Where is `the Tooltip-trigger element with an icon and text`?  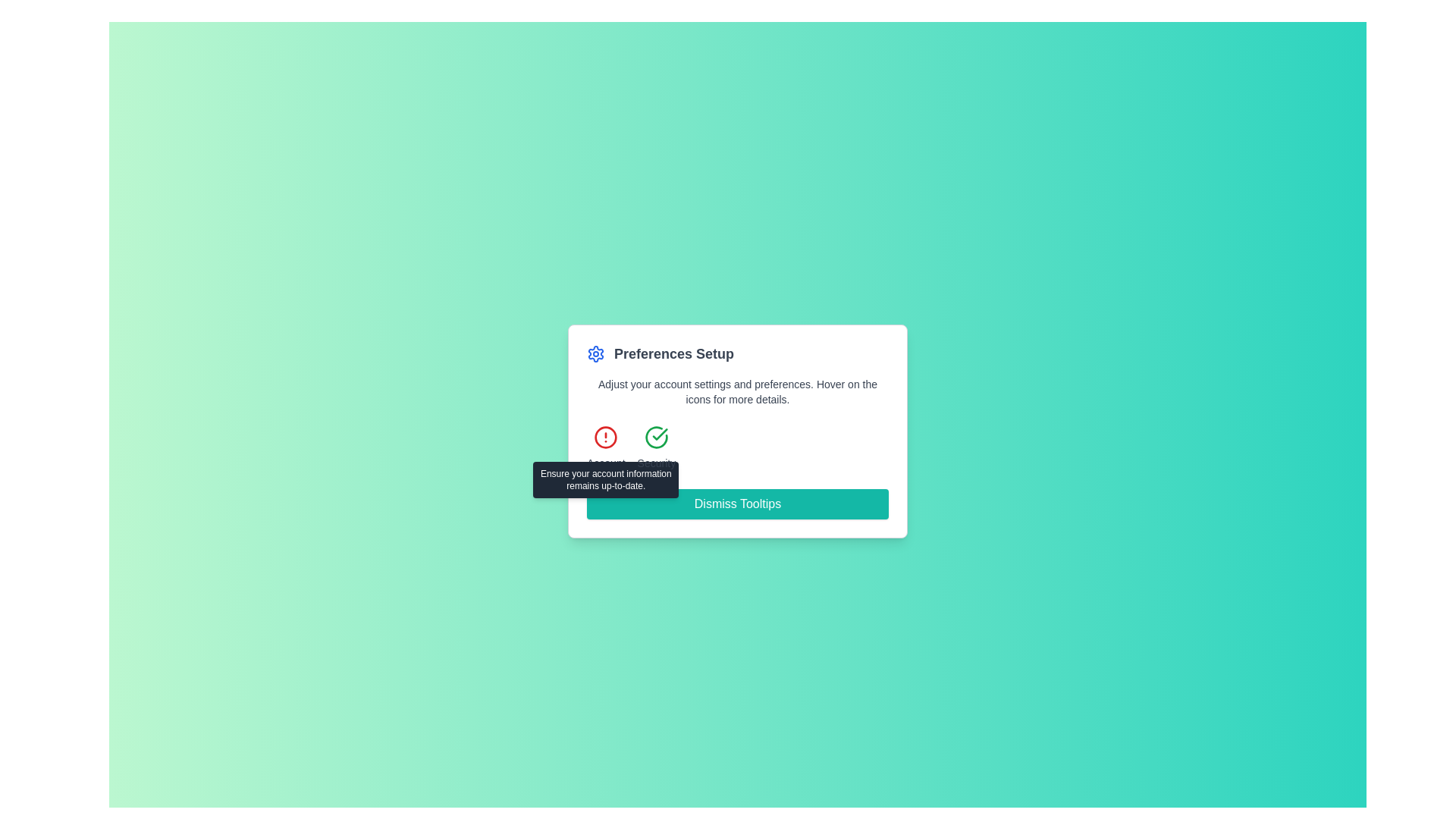 the Tooltip-trigger element with an icon and text is located at coordinates (605, 447).